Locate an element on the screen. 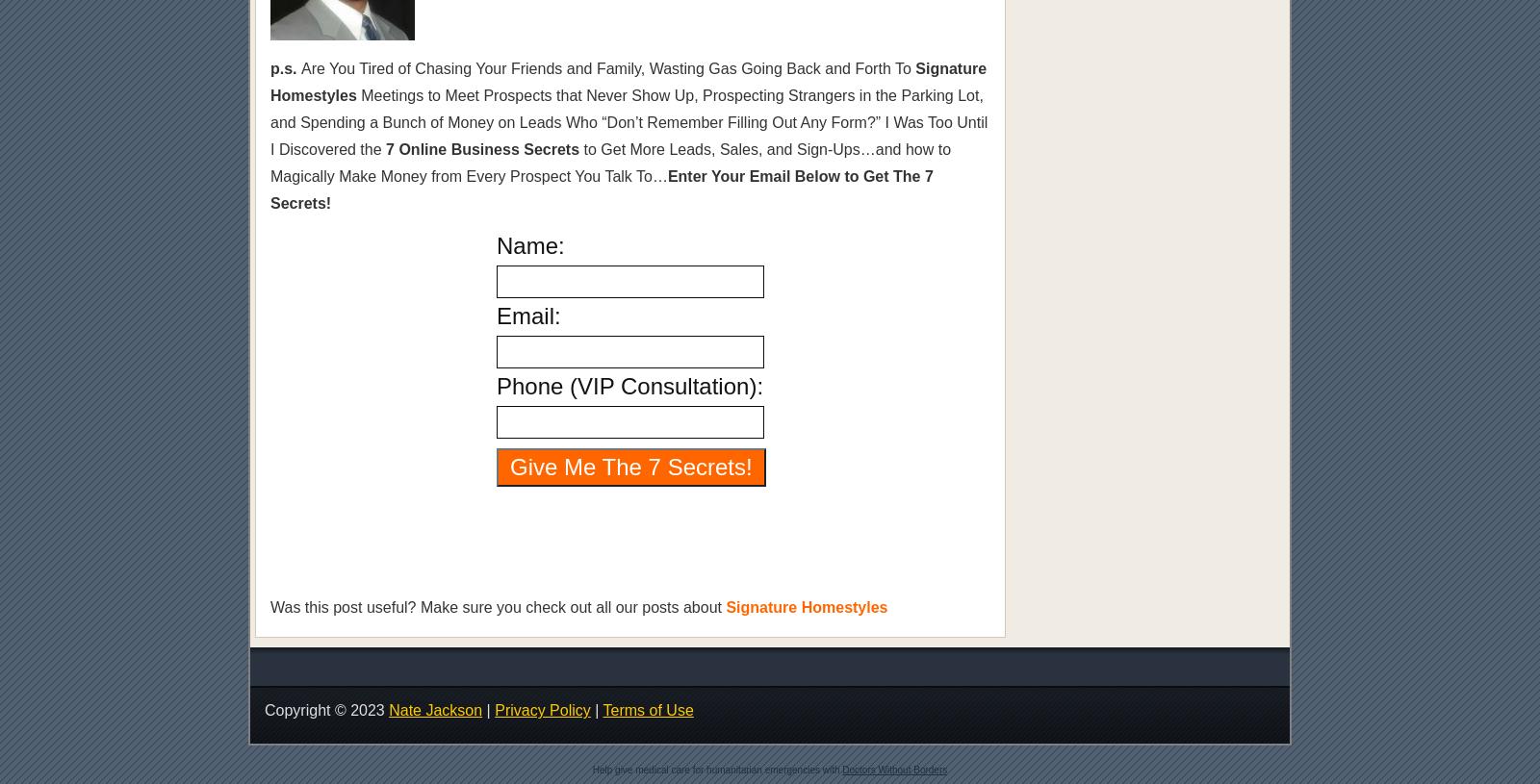 The height and width of the screenshot is (784, 1540). '7 Online Business Secrets' is located at coordinates (481, 149).